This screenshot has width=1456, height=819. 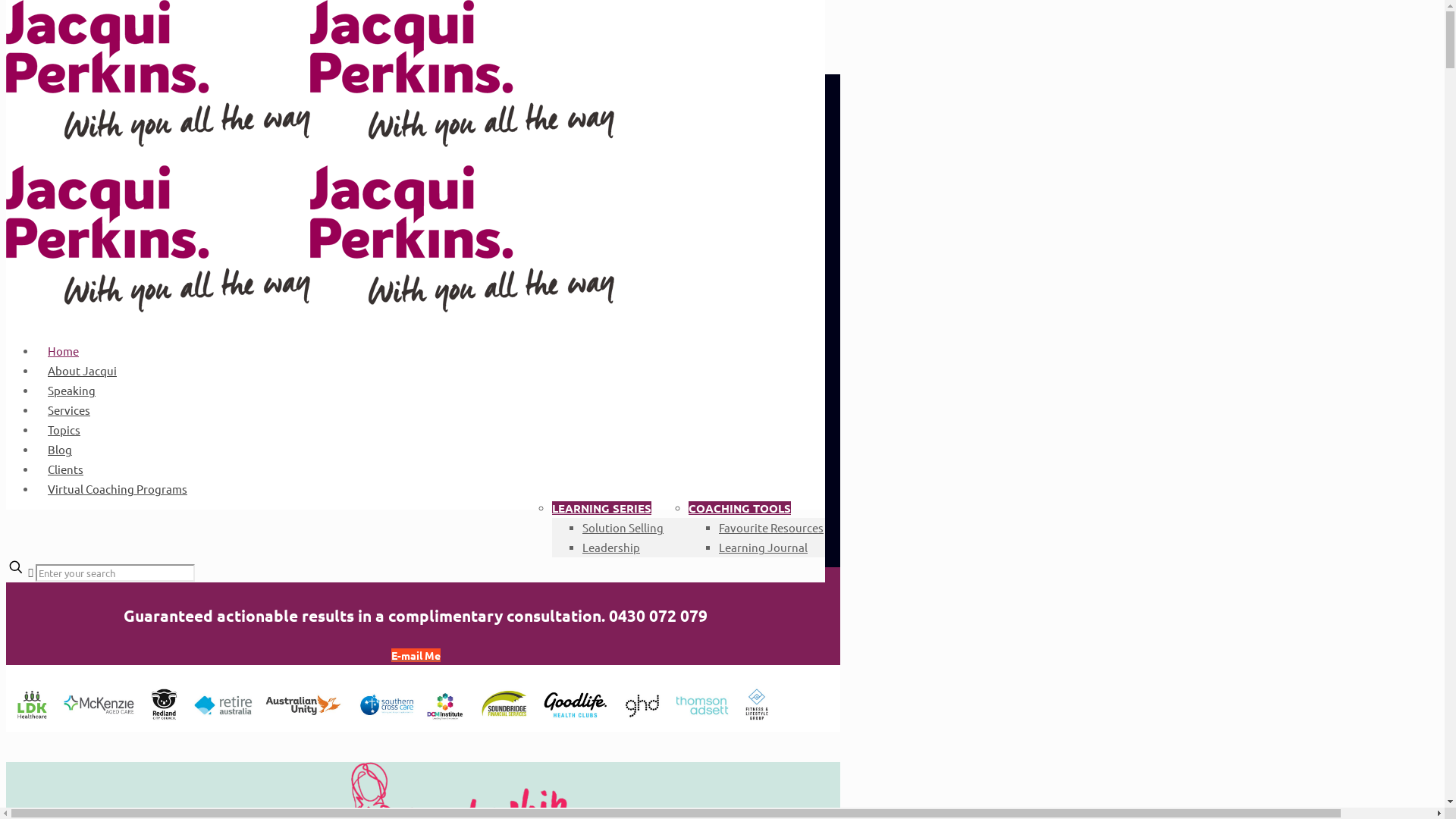 What do you see at coordinates (63, 429) in the screenshot?
I see `'Topics'` at bounding box center [63, 429].